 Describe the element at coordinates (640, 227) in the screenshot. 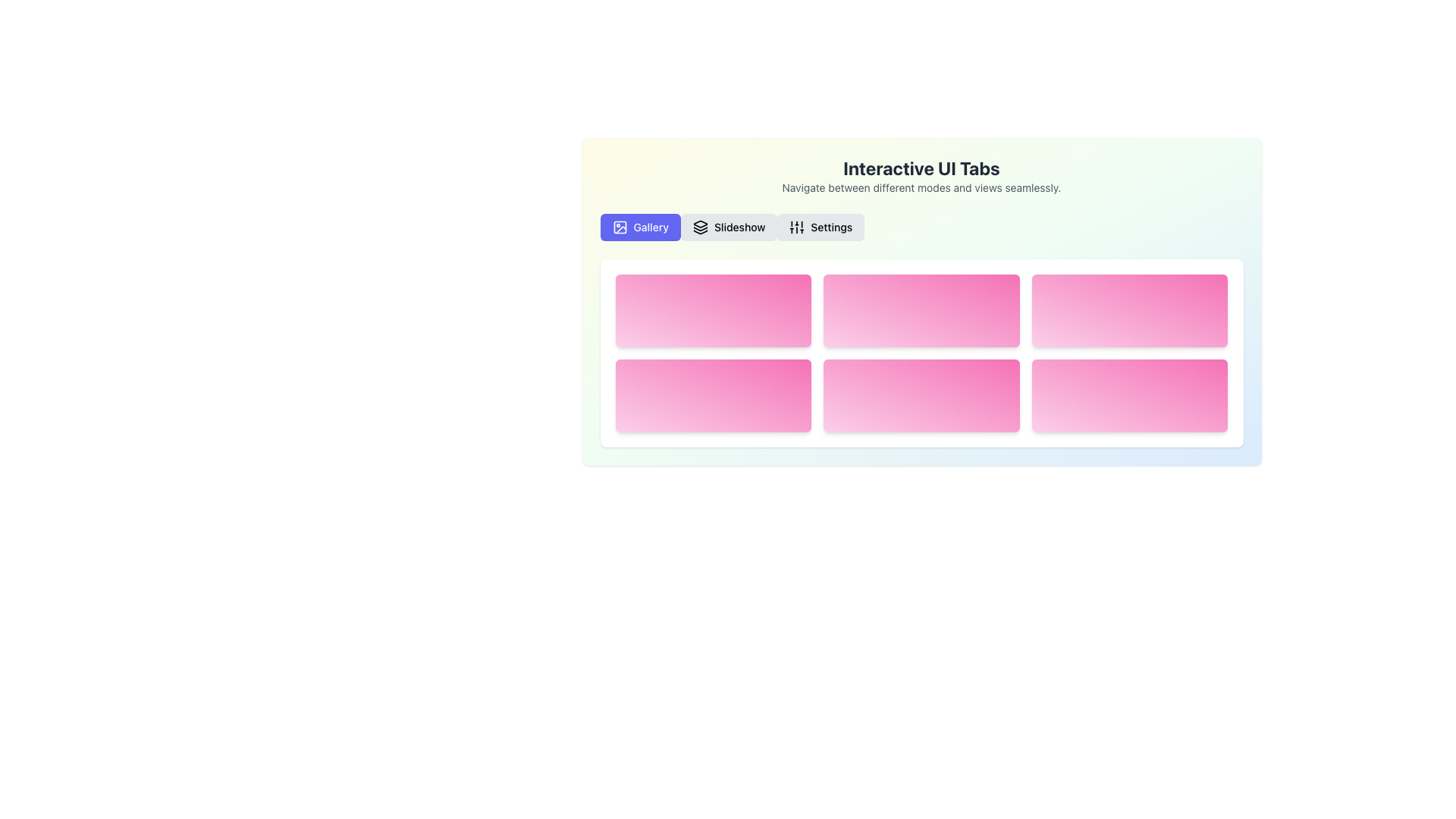

I see `the 'Gallery' button, which has a purple background, a white picture frame icon, and is the first tab in the navigation bar below the header 'Interactive UI Tabs'` at that location.